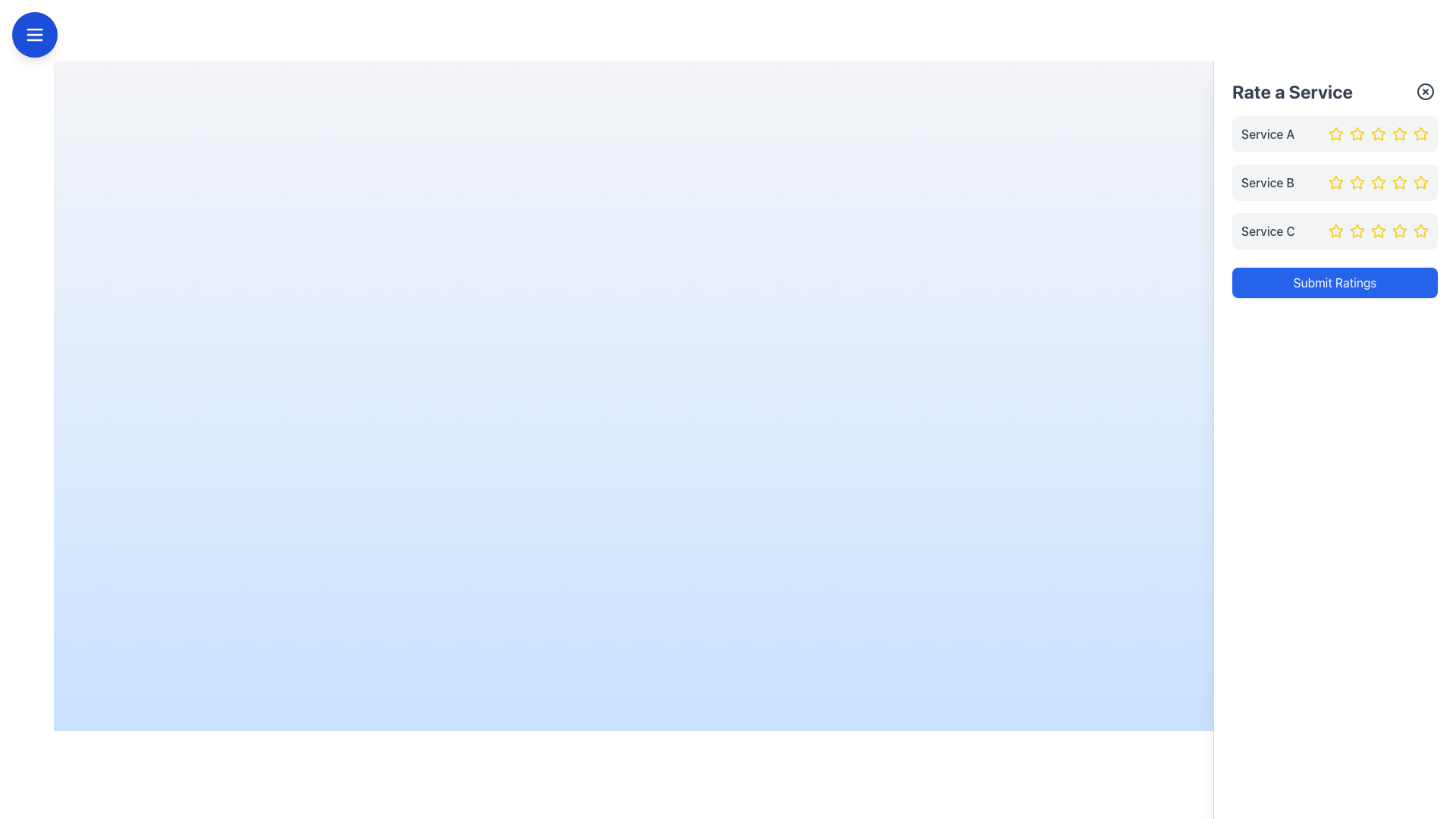 The image size is (1456, 819). Describe the element at coordinates (1357, 181) in the screenshot. I see `the second star icon in the rating line for 'Service B' located in the 'Rate a Service' section` at that location.